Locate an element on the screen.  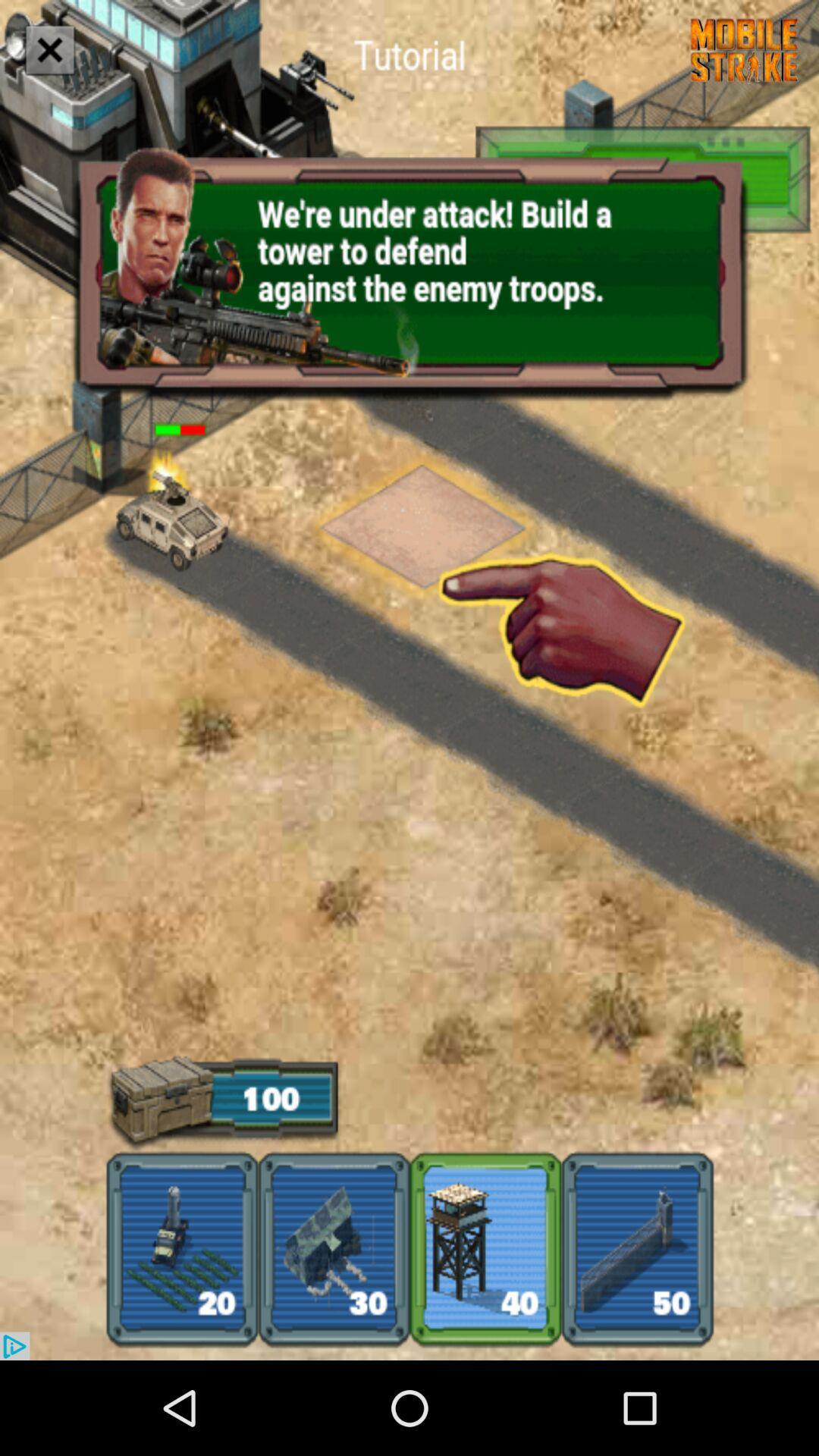
the close icon is located at coordinates (49, 53).